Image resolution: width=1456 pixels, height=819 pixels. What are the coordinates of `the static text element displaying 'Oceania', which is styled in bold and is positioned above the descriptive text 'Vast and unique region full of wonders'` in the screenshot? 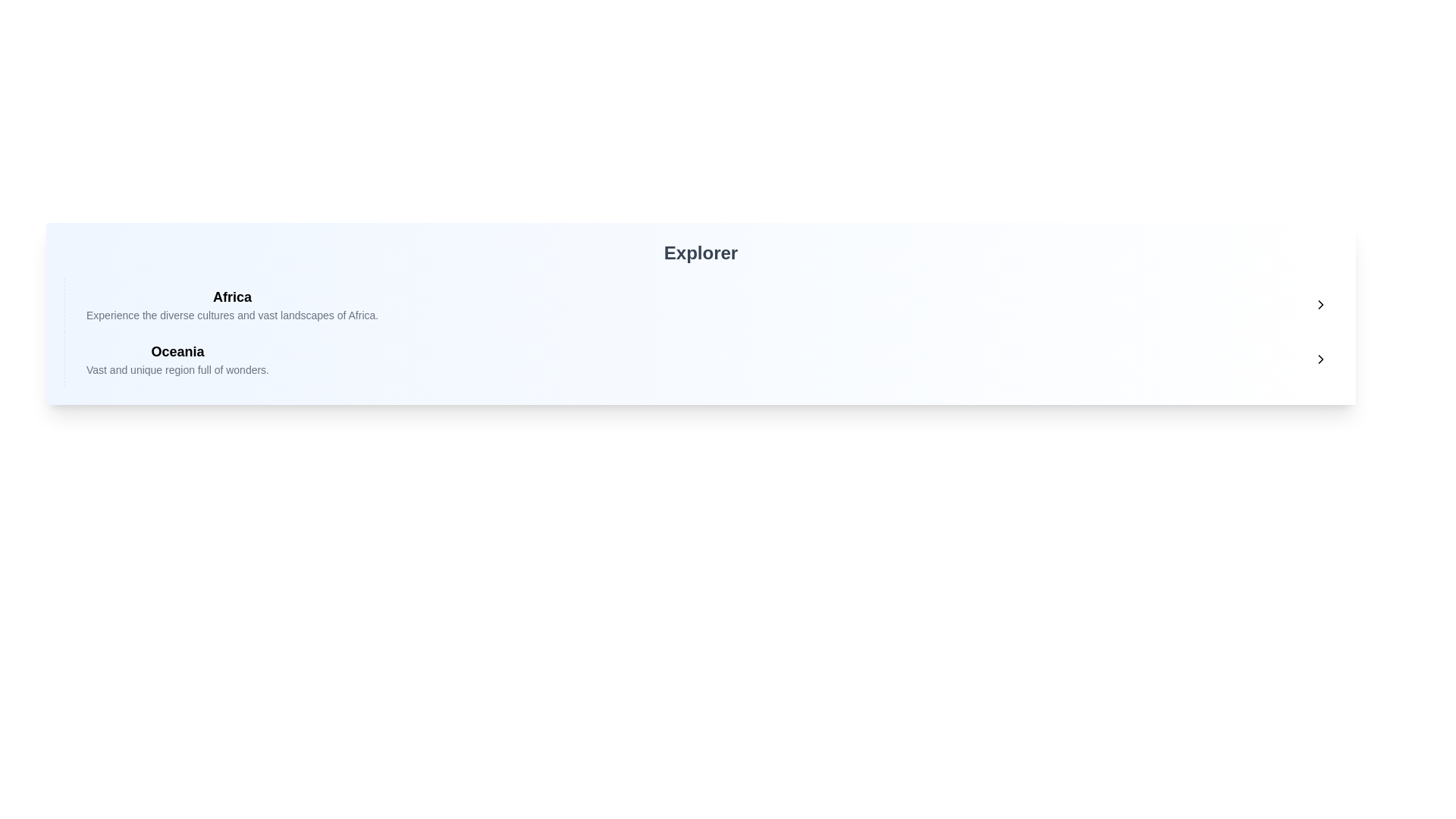 It's located at (177, 351).